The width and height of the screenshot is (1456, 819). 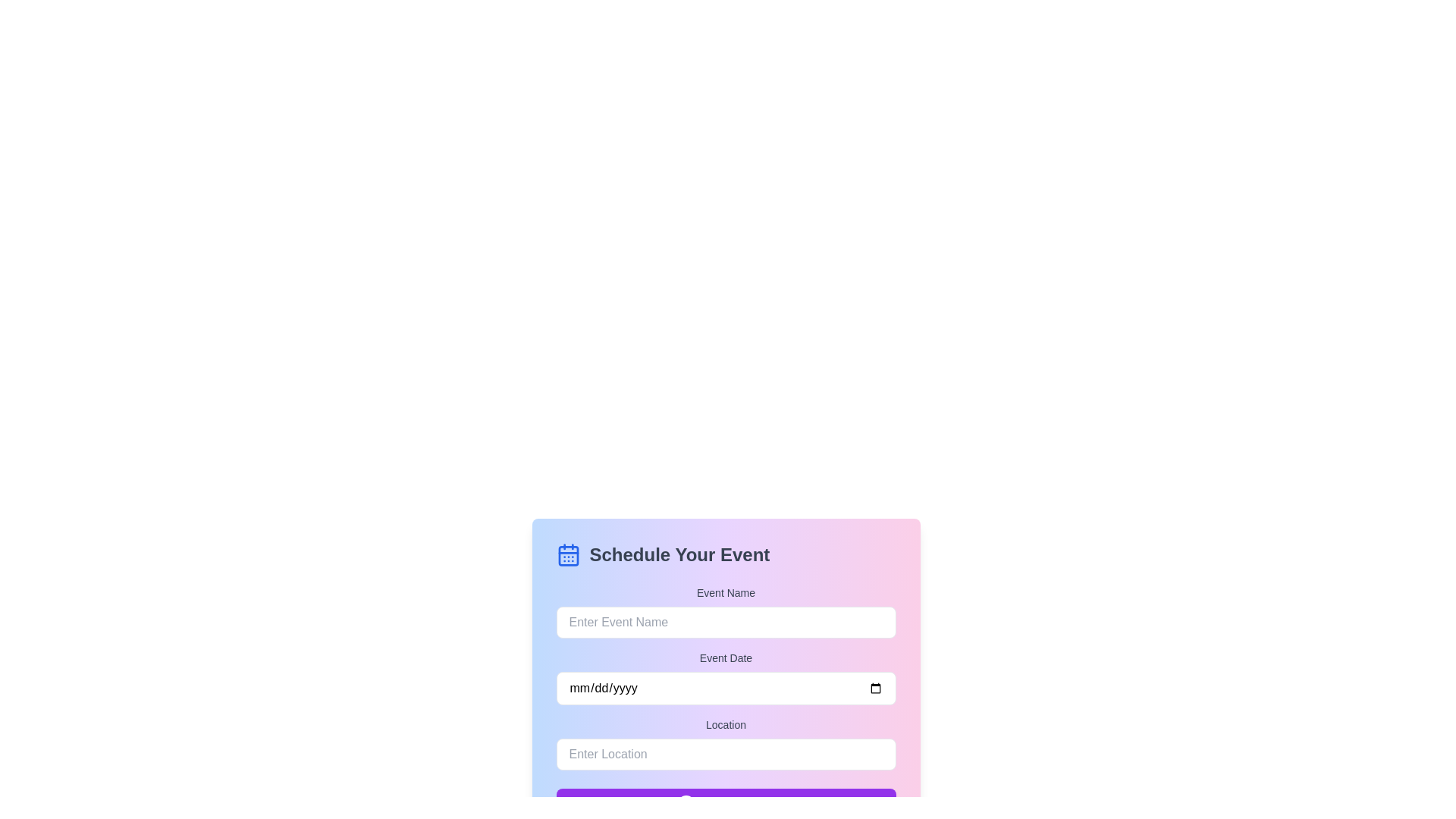 What do you see at coordinates (685, 803) in the screenshot?
I see `the circular outline of the SVG icon located at the bottom-center of the form panel, beneath the purple button` at bounding box center [685, 803].